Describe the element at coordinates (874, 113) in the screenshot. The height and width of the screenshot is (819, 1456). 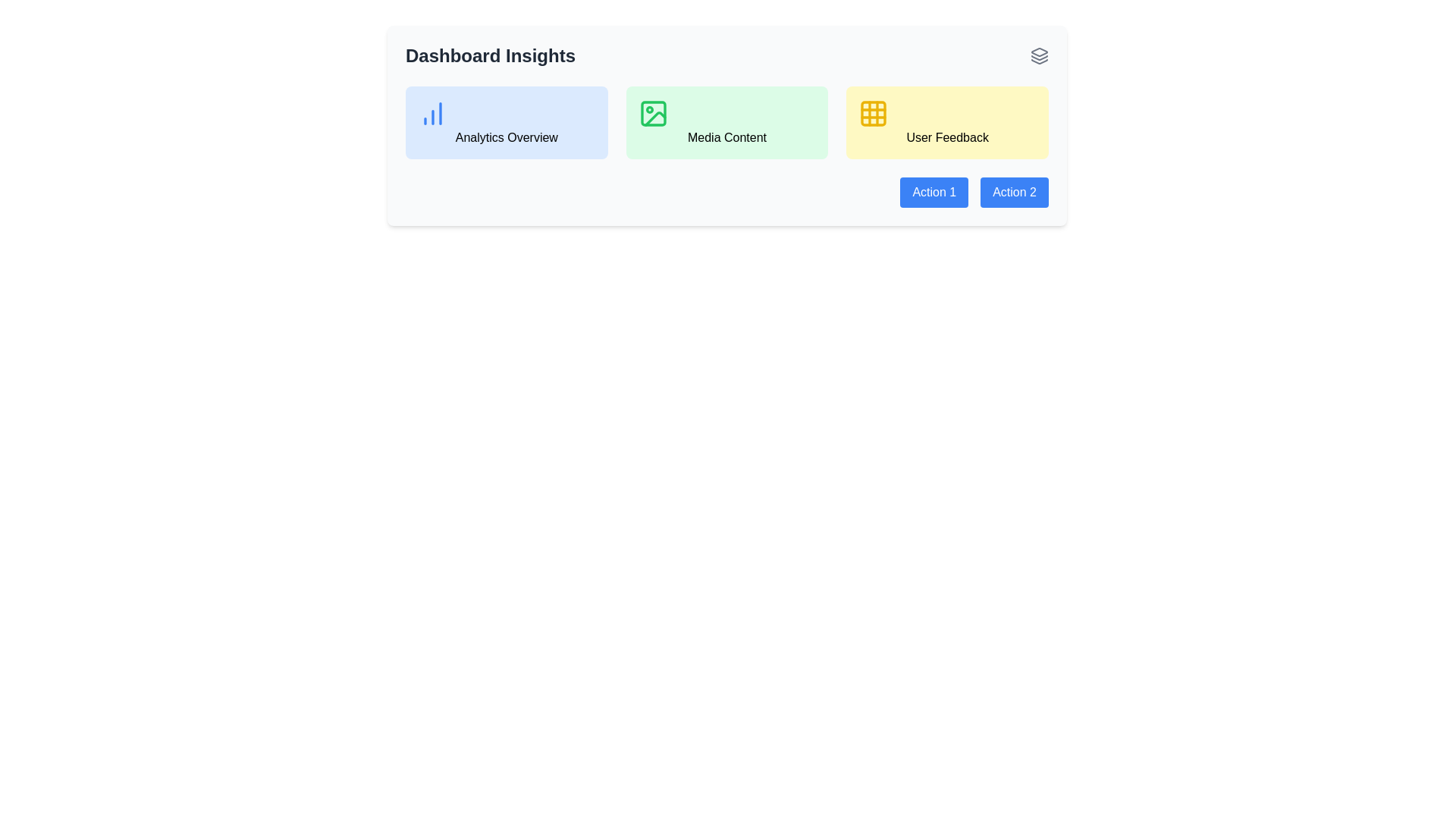
I see `the 'User Feedback' icon located in the third section of the layout, which serves as a visual cue for identification` at that location.